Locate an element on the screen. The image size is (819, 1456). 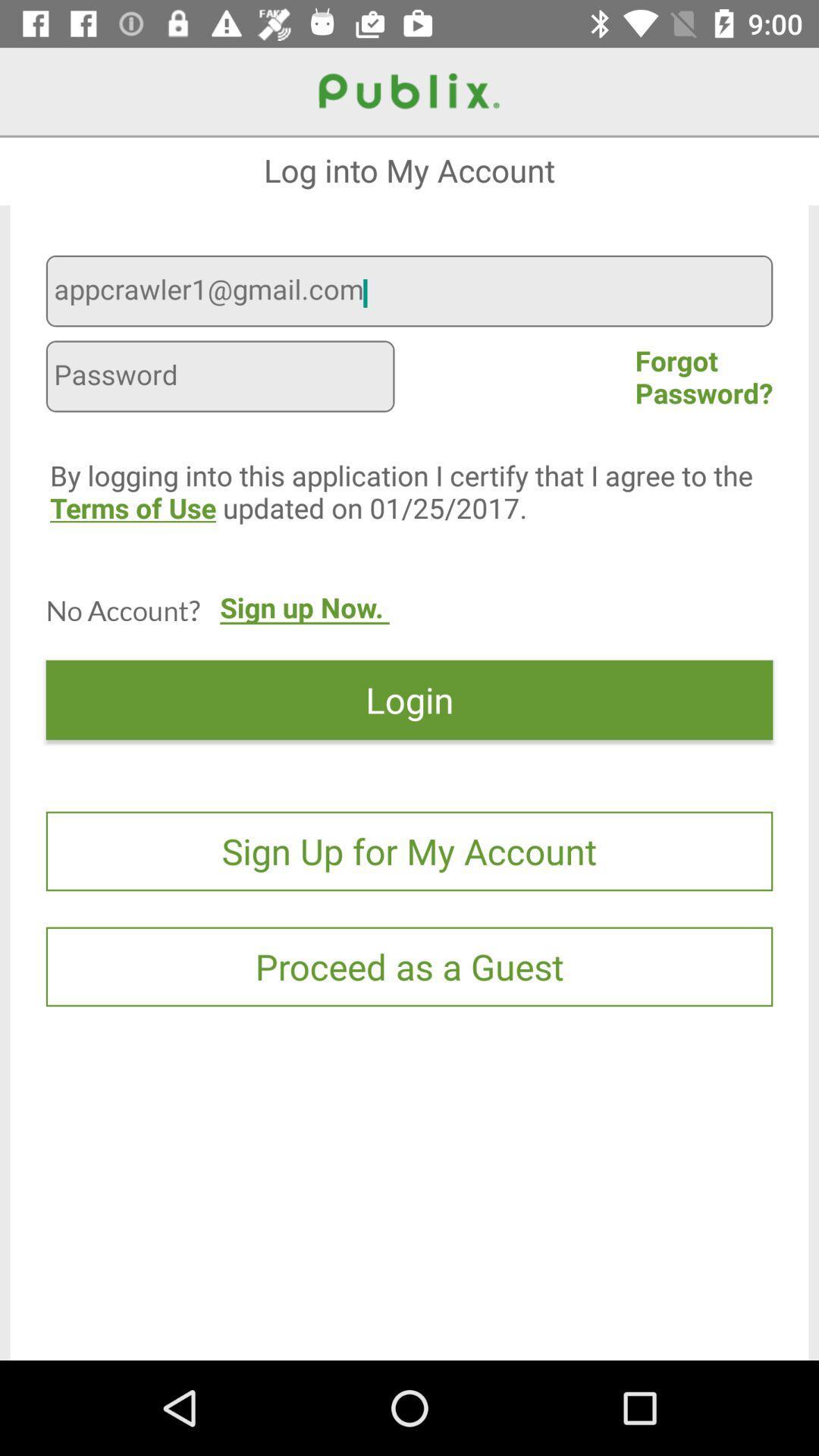
the forgot is located at coordinates (704, 376).